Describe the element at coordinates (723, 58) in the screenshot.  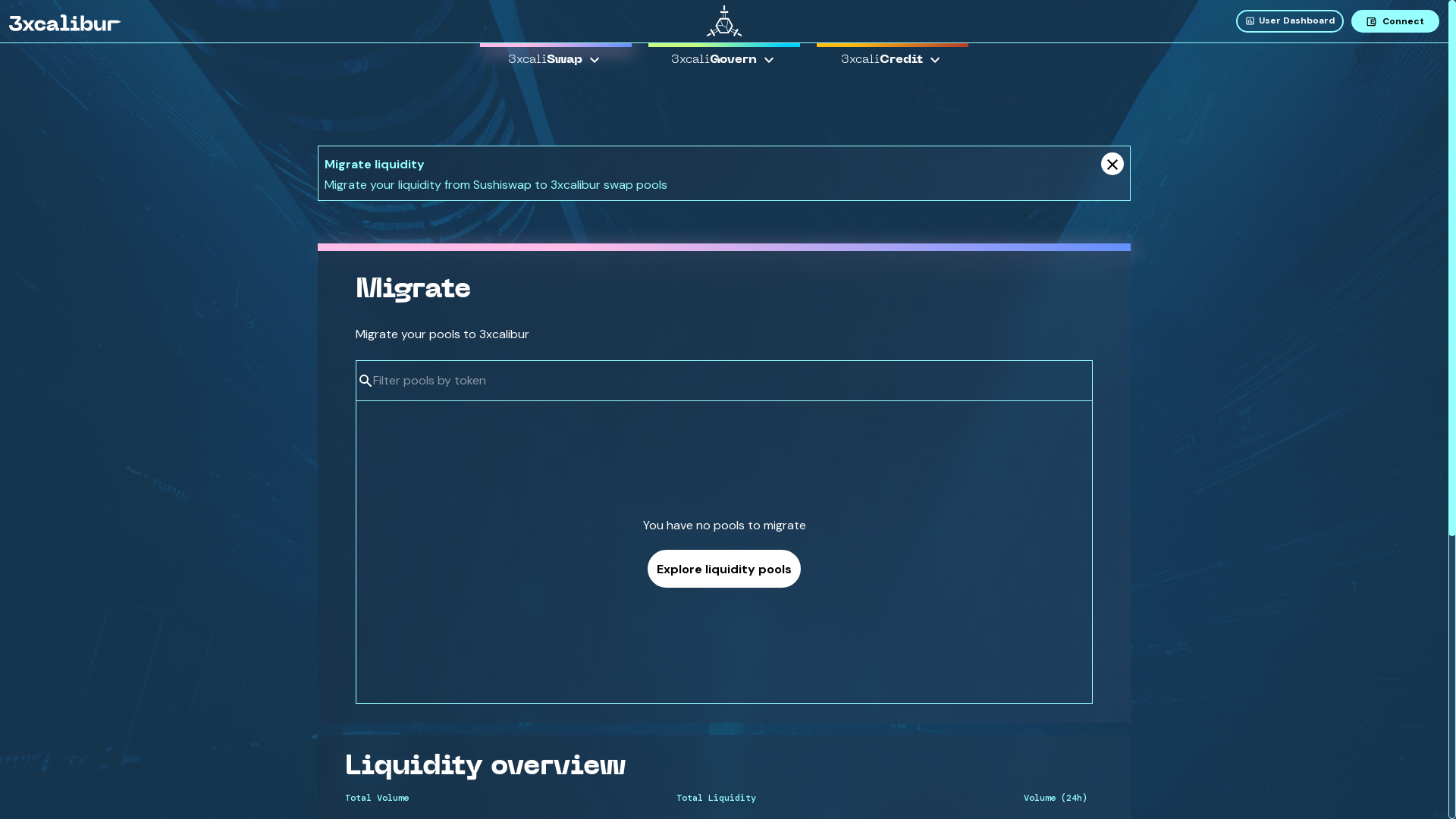
I see `'3xcaliGovern'` at that location.